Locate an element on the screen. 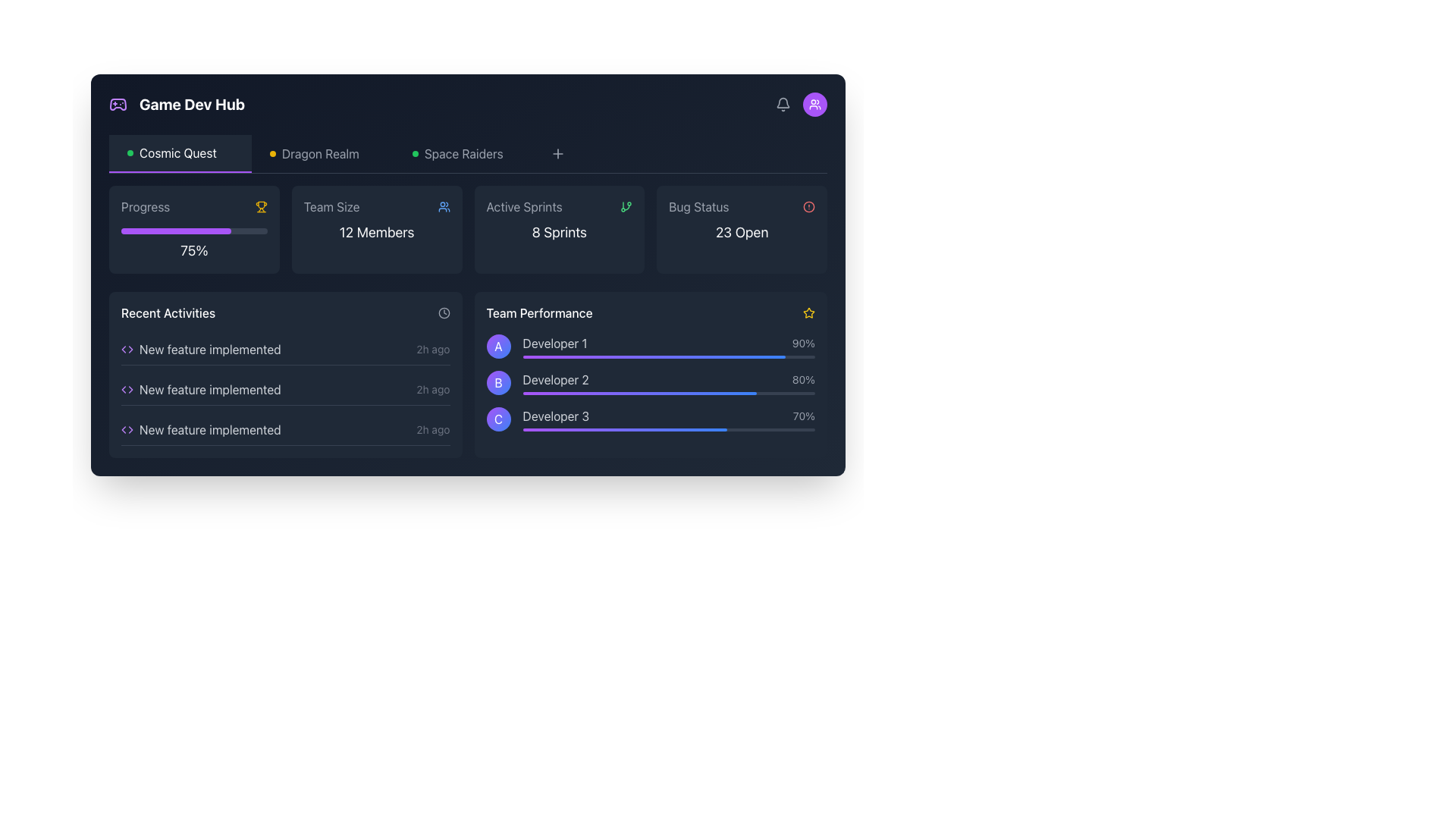  the star-shaped icon with a yellow border located in the bottom-right section near the 'Team Performance' area for performance evaluation is located at coordinates (807, 312).